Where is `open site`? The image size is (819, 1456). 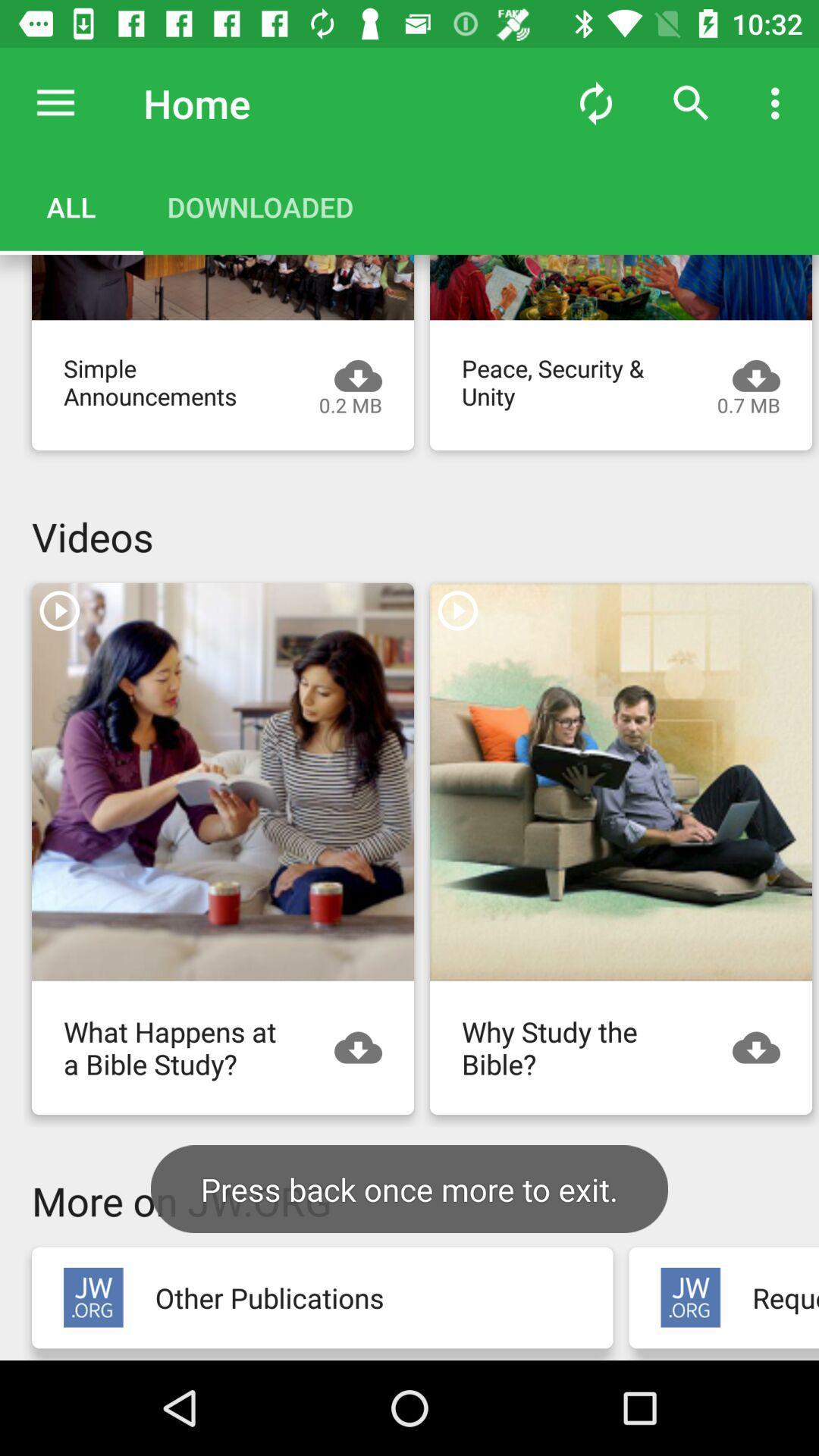 open site is located at coordinates (690, 1297).